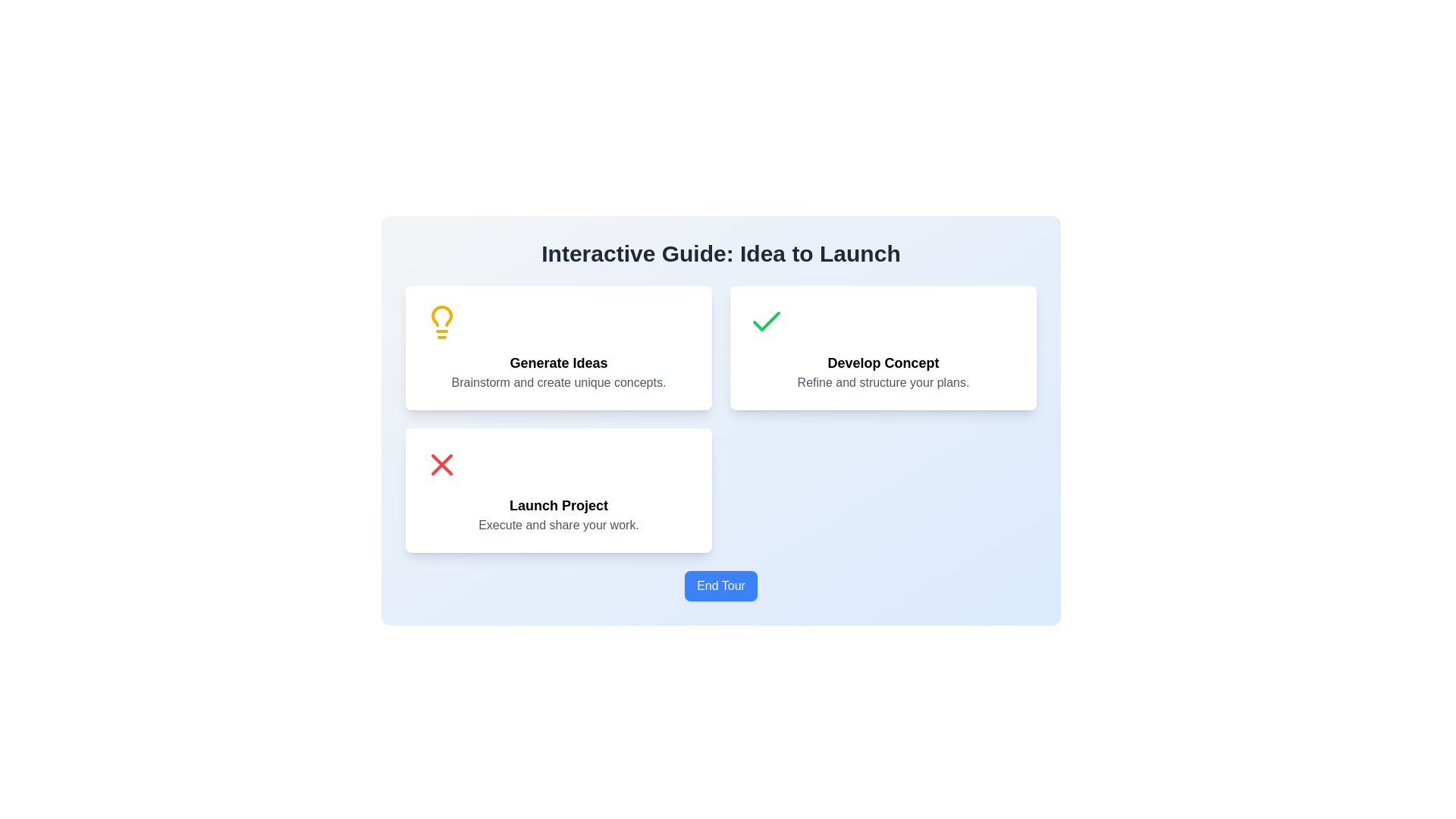 This screenshot has height=819, width=1456. What do you see at coordinates (883, 382) in the screenshot?
I see `the descriptive text label that provides supportive information about the 'Develop Concept' action, located centrally below the main title within the 'Develop Concept' card` at bounding box center [883, 382].